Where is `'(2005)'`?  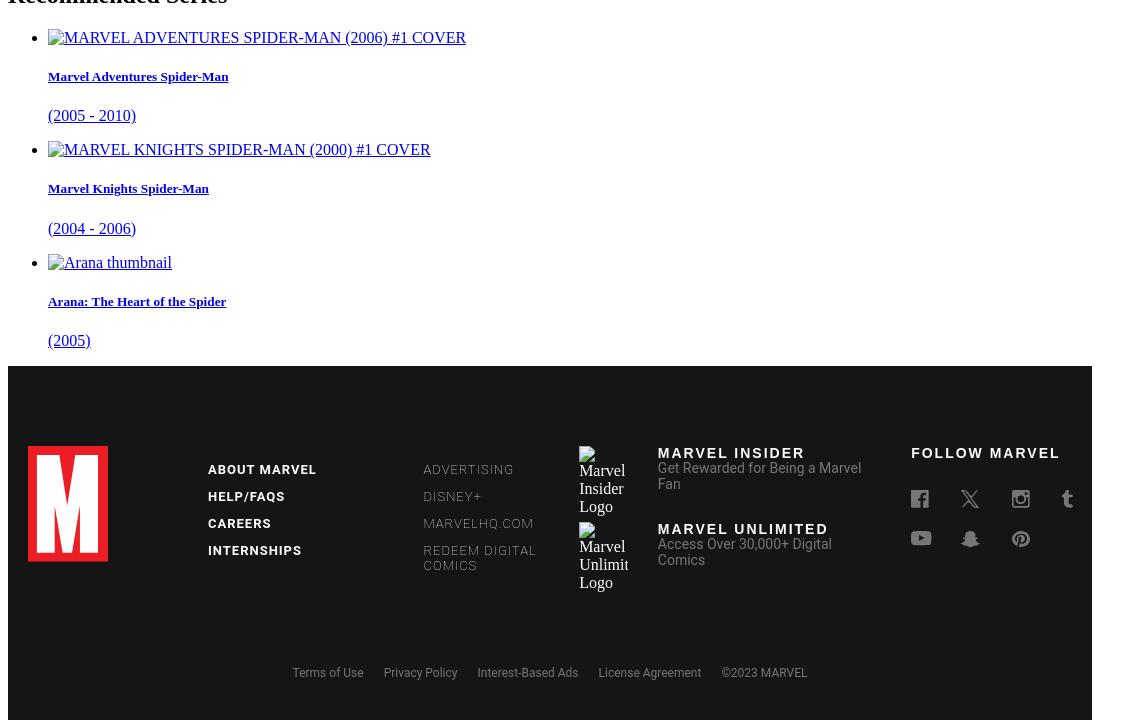
'(2005)' is located at coordinates (69, 339).